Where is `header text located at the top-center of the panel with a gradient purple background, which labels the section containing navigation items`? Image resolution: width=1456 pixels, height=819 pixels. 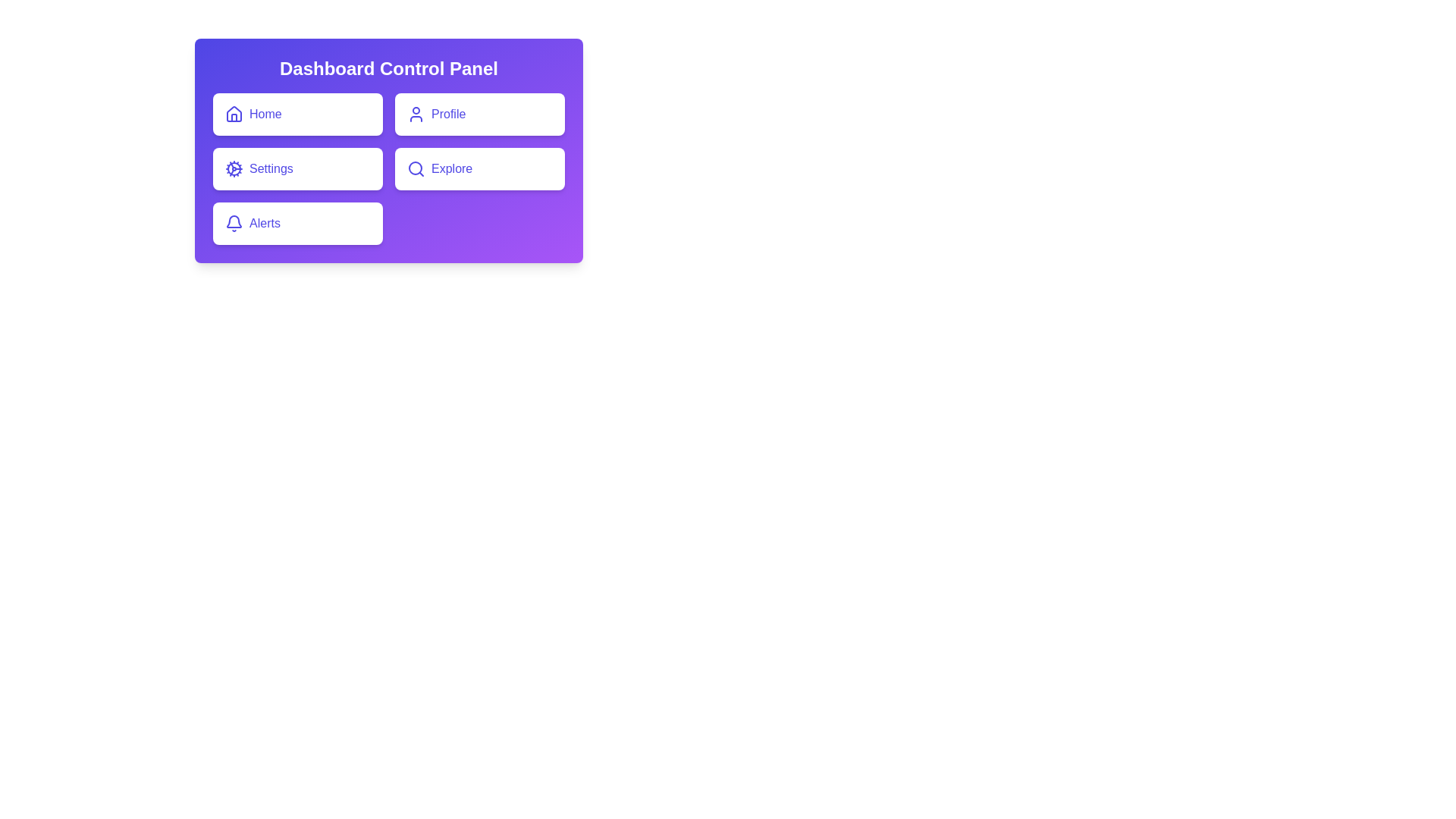
header text located at the top-center of the panel with a gradient purple background, which labels the section containing navigation items is located at coordinates (389, 69).